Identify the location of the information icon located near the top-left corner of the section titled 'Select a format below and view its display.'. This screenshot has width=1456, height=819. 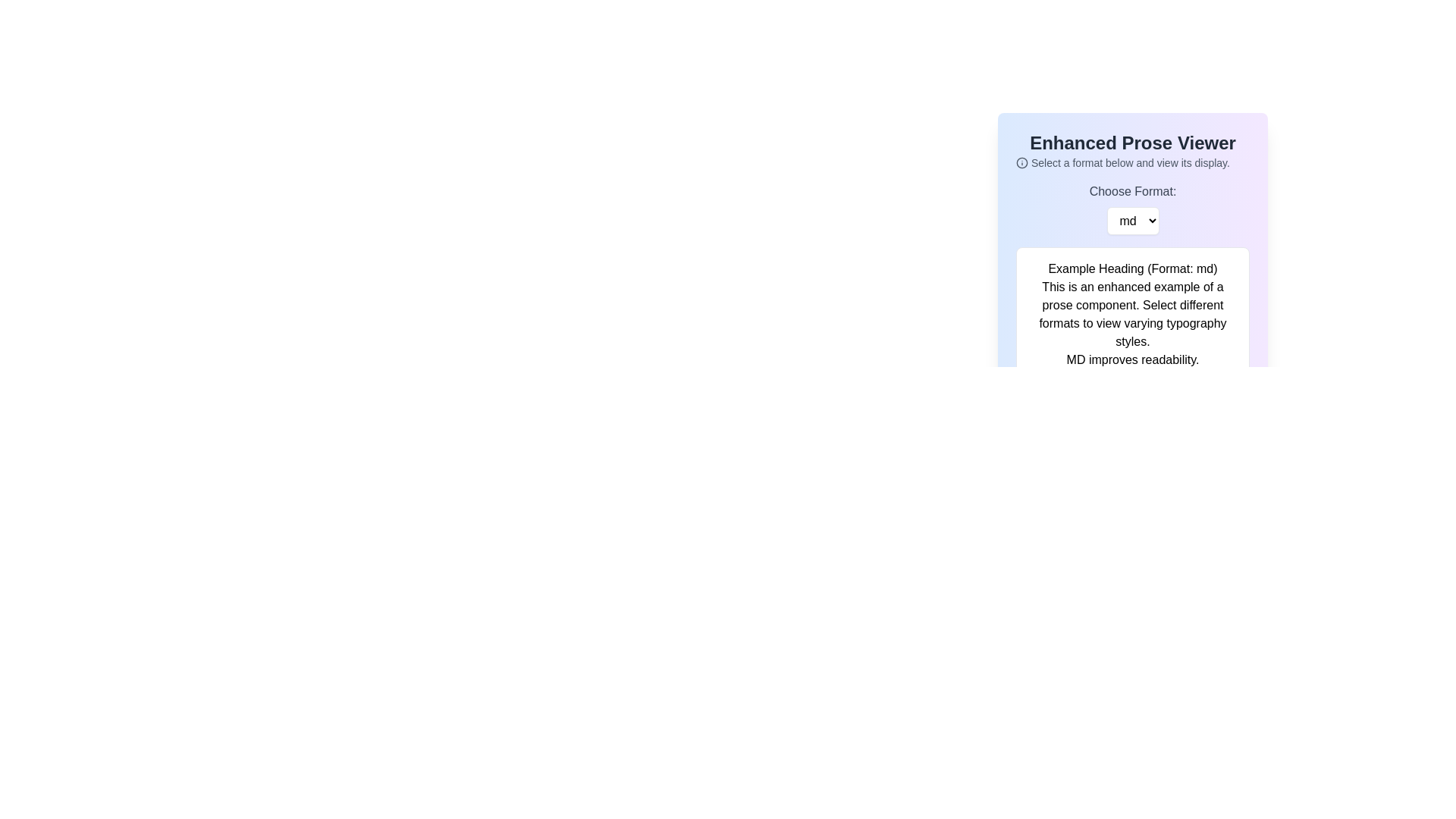
(1022, 163).